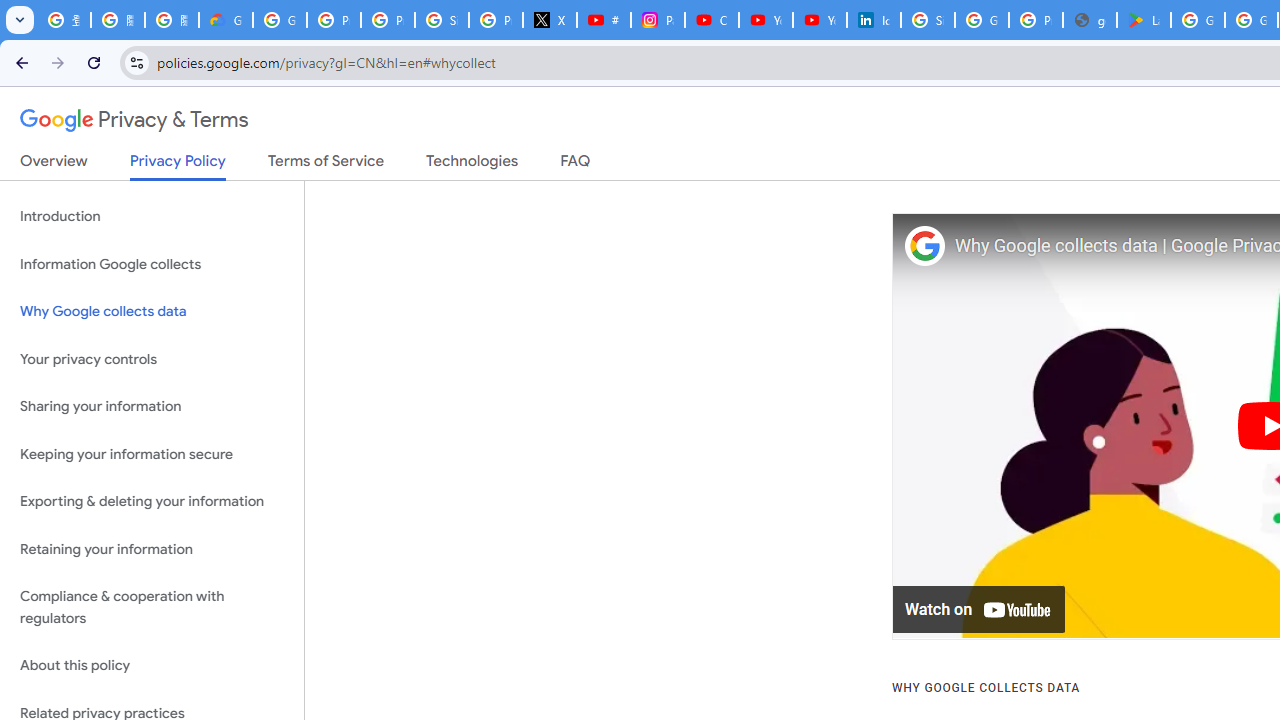 This screenshot has width=1280, height=720. What do you see at coordinates (874, 20) in the screenshot?
I see `'Identity verification via Persona | LinkedIn Help'` at bounding box center [874, 20].